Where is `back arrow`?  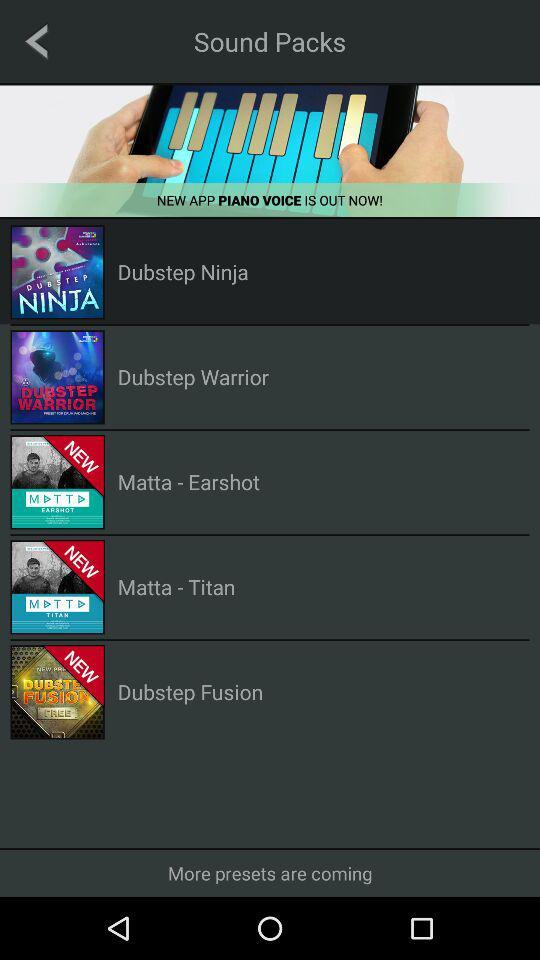
back arrow is located at coordinates (36, 40).